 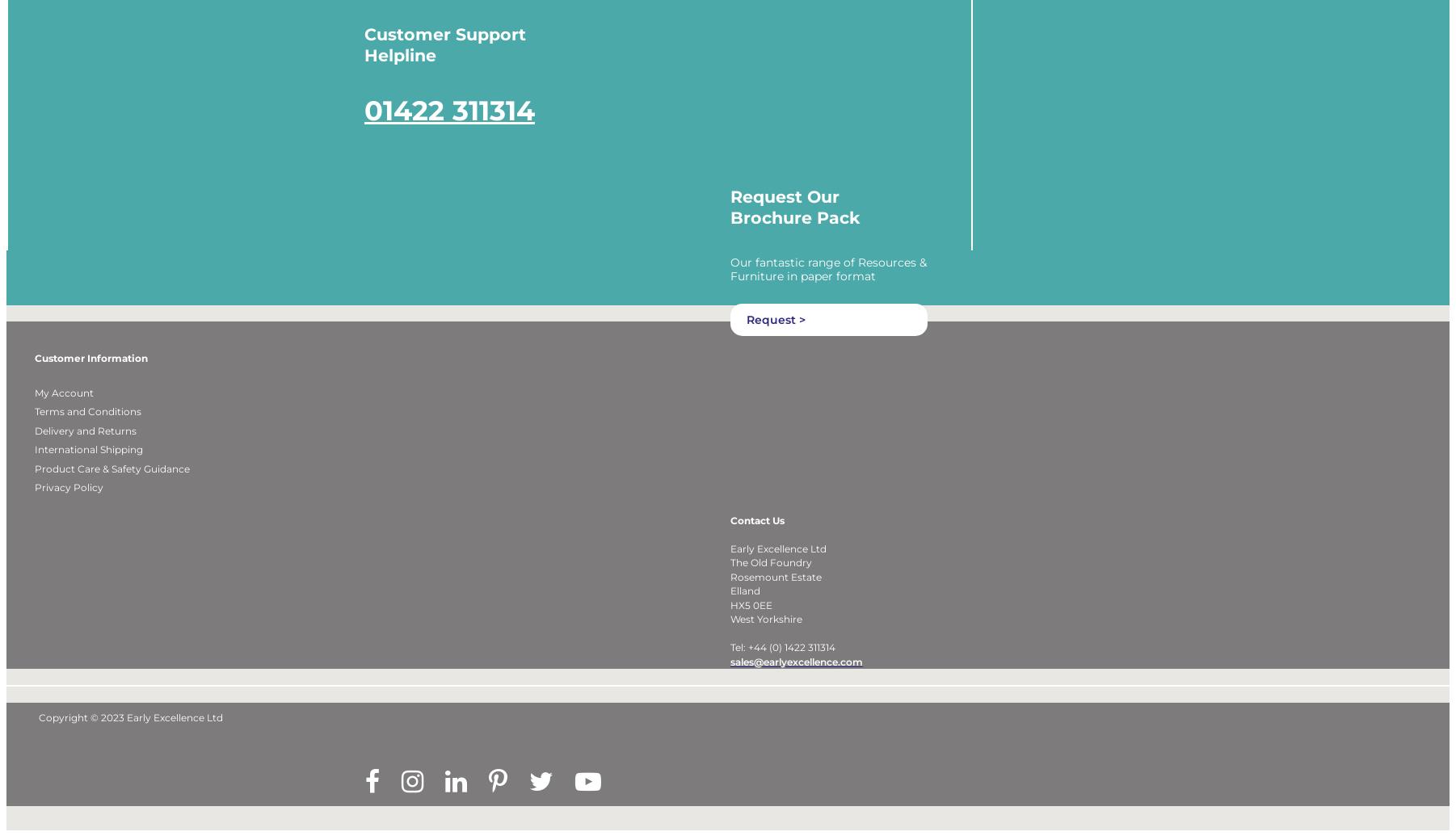 I want to click on 'Request >', so click(x=775, y=340).